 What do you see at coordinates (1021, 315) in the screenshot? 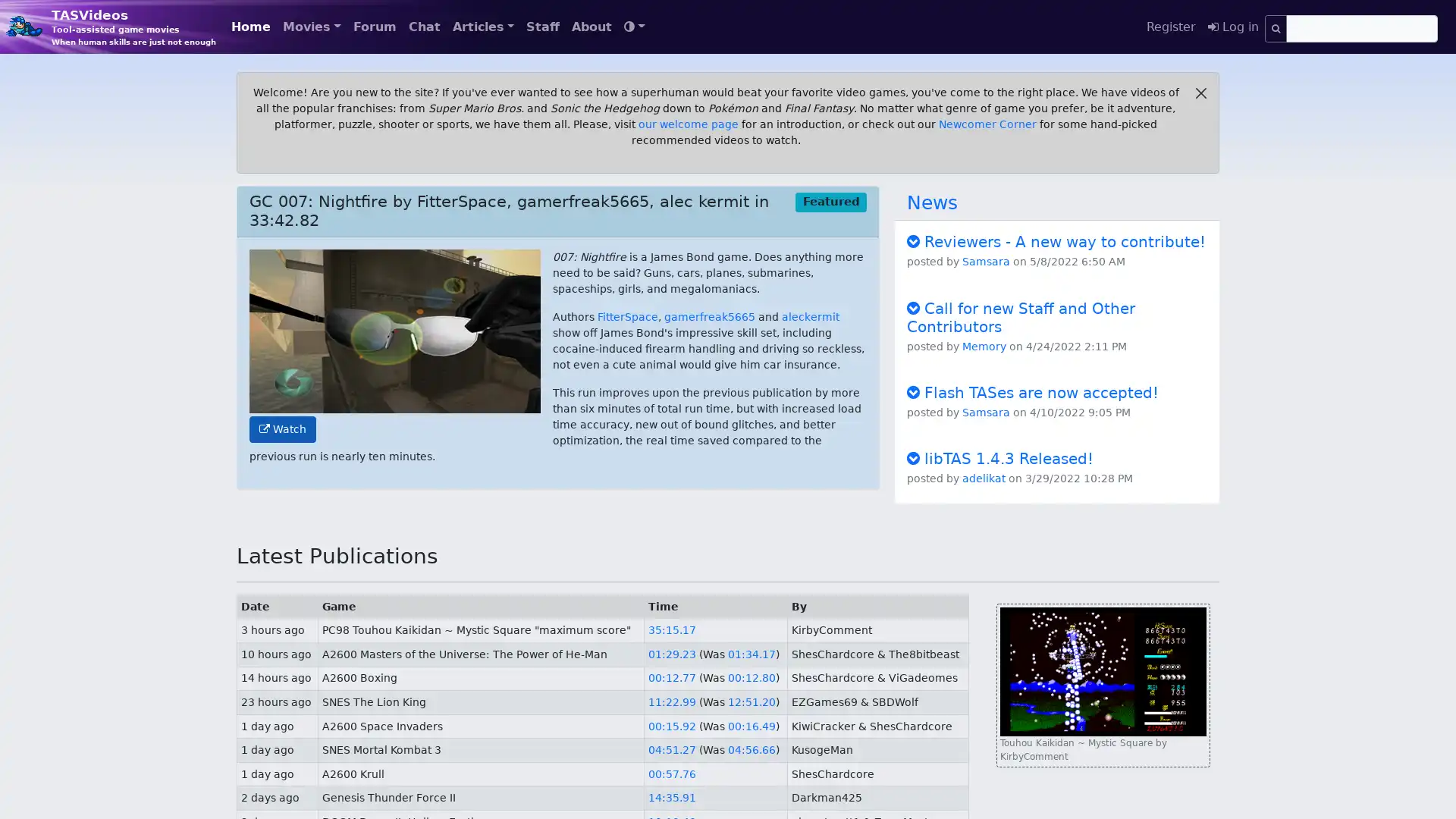
I see `Call for new Staff and Other Contributors` at bounding box center [1021, 315].